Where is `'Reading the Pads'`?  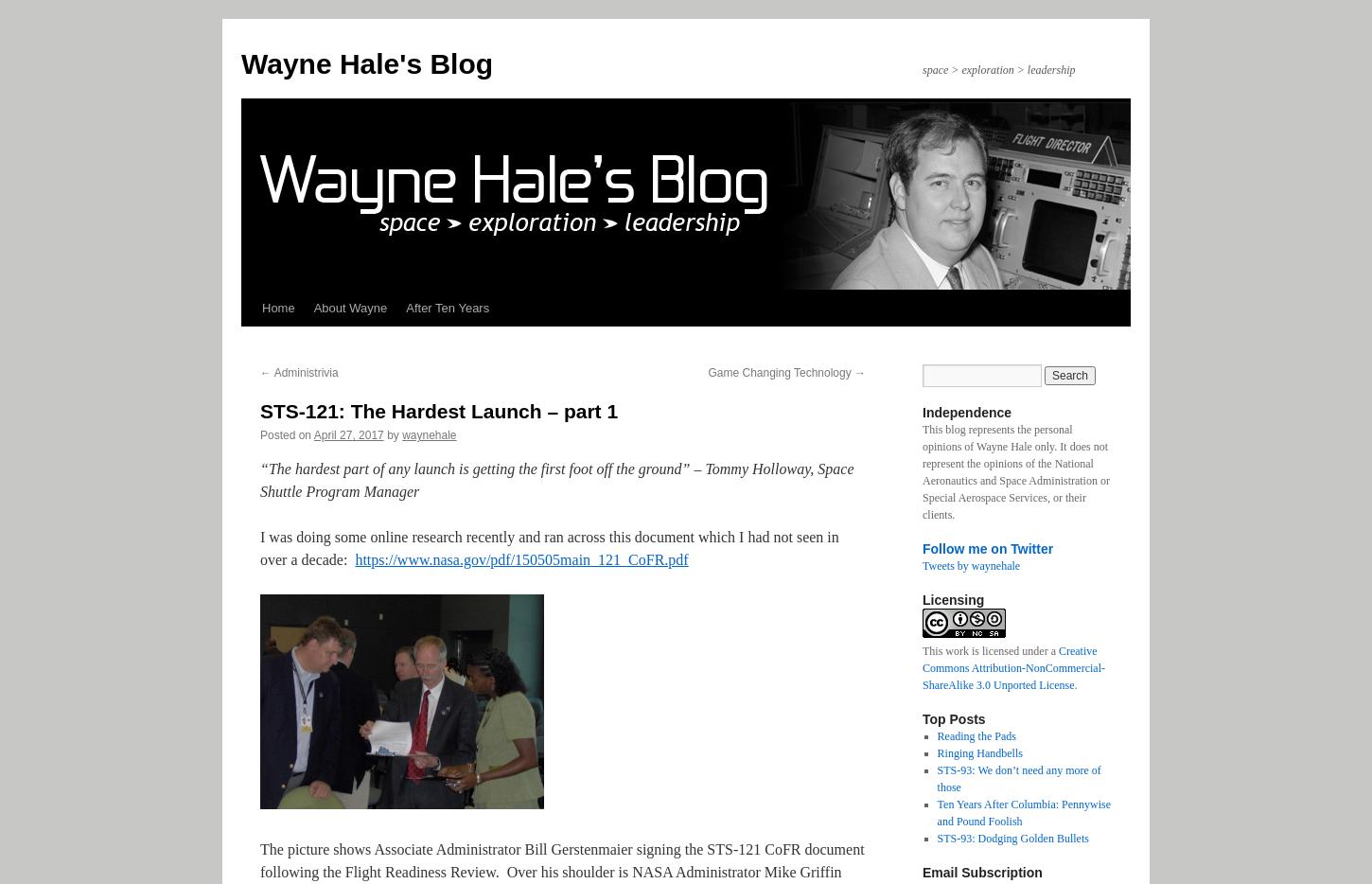 'Reading the Pads' is located at coordinates (937, 735).